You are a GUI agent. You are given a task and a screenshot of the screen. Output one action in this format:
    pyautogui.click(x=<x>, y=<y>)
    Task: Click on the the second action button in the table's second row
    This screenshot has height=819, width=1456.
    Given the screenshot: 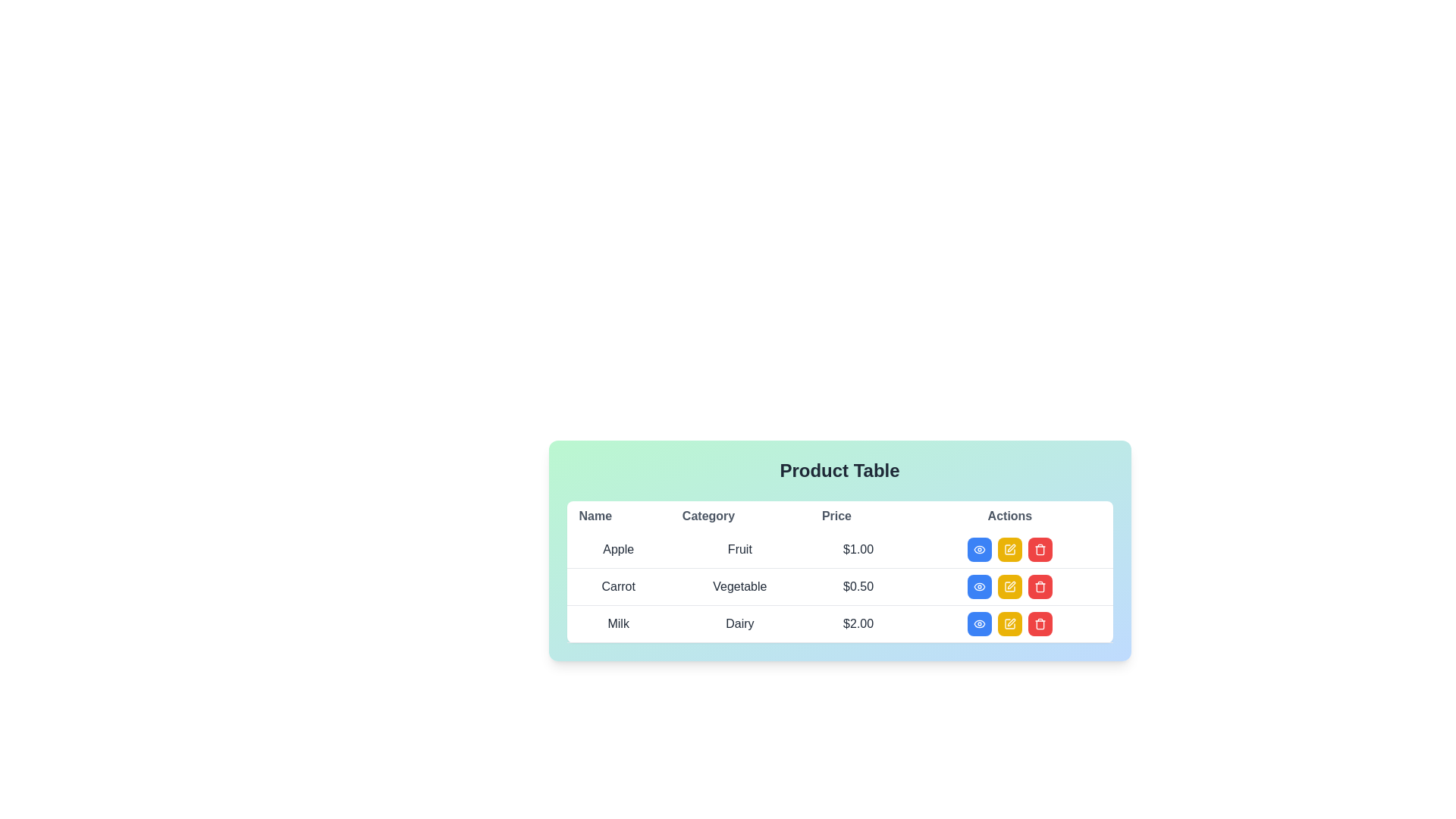 What is the action you would take?
    pyautogui.click(x=1009, y=550)
    